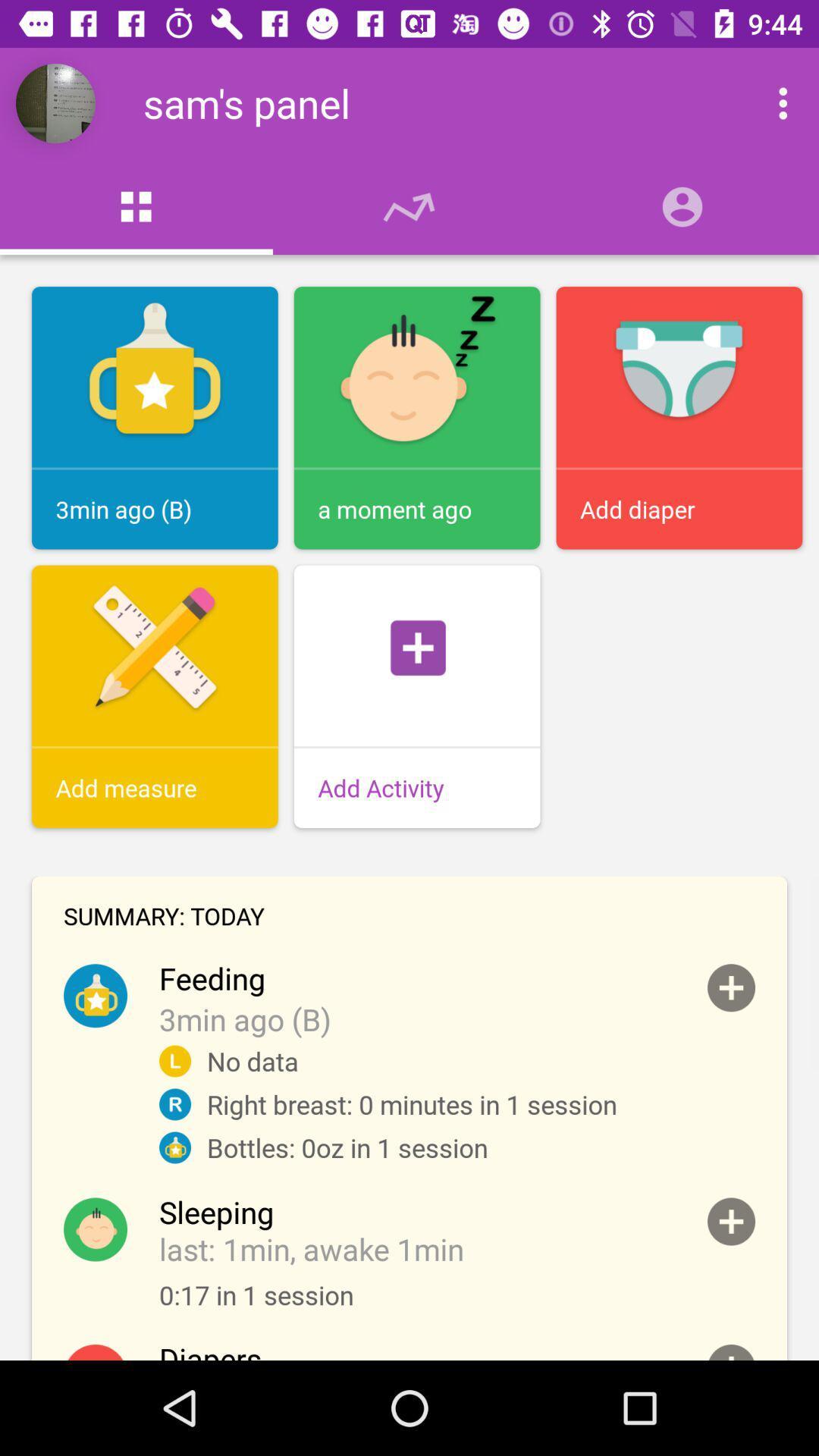  What do you see at coordinates (730, 1352) in the screenshot?
I see `a diaper` at bounding box center [730, 1352].